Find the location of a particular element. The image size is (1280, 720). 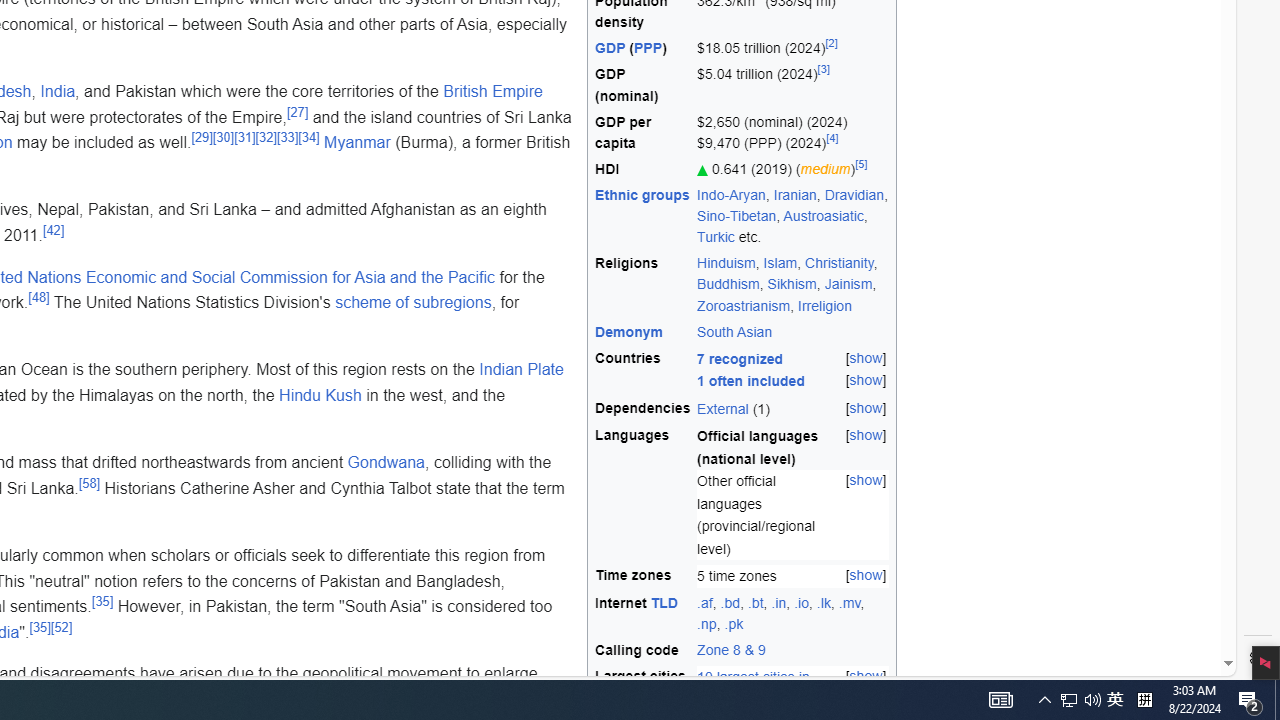

'Religions' is located at coordinates (643, 285).